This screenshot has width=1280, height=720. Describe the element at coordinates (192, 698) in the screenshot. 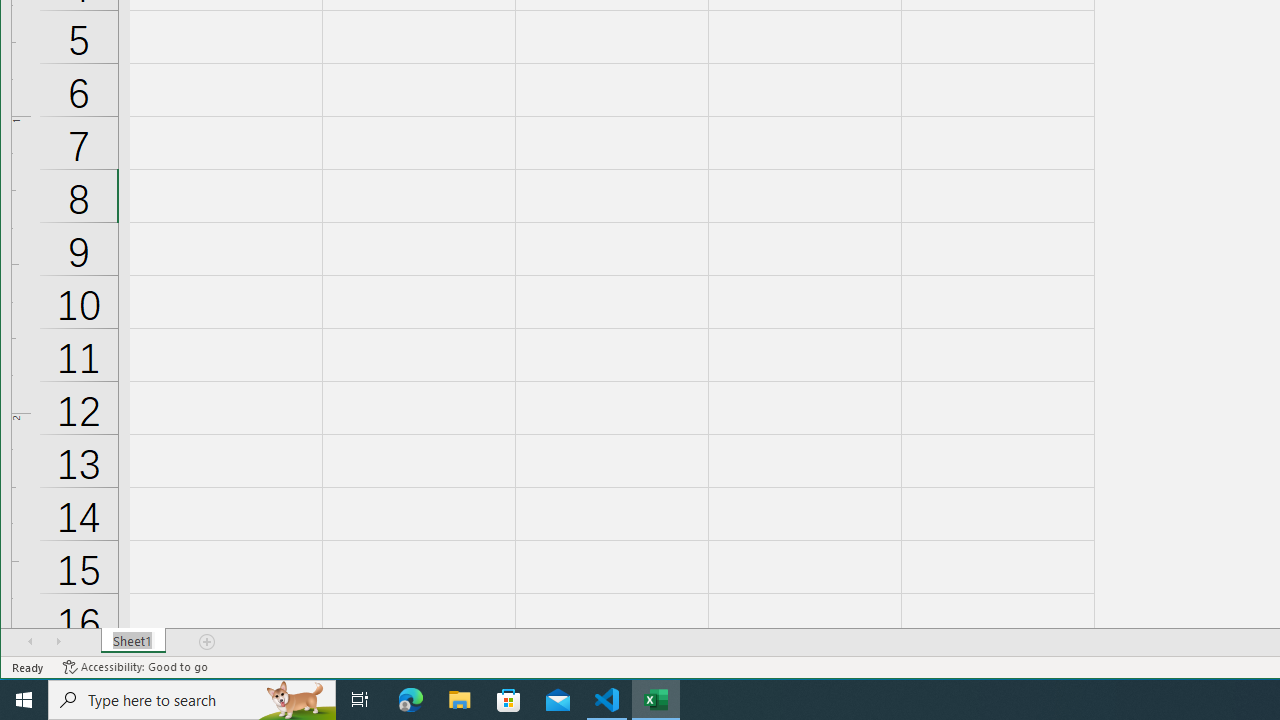

I see `'Type here to search'` at that location.